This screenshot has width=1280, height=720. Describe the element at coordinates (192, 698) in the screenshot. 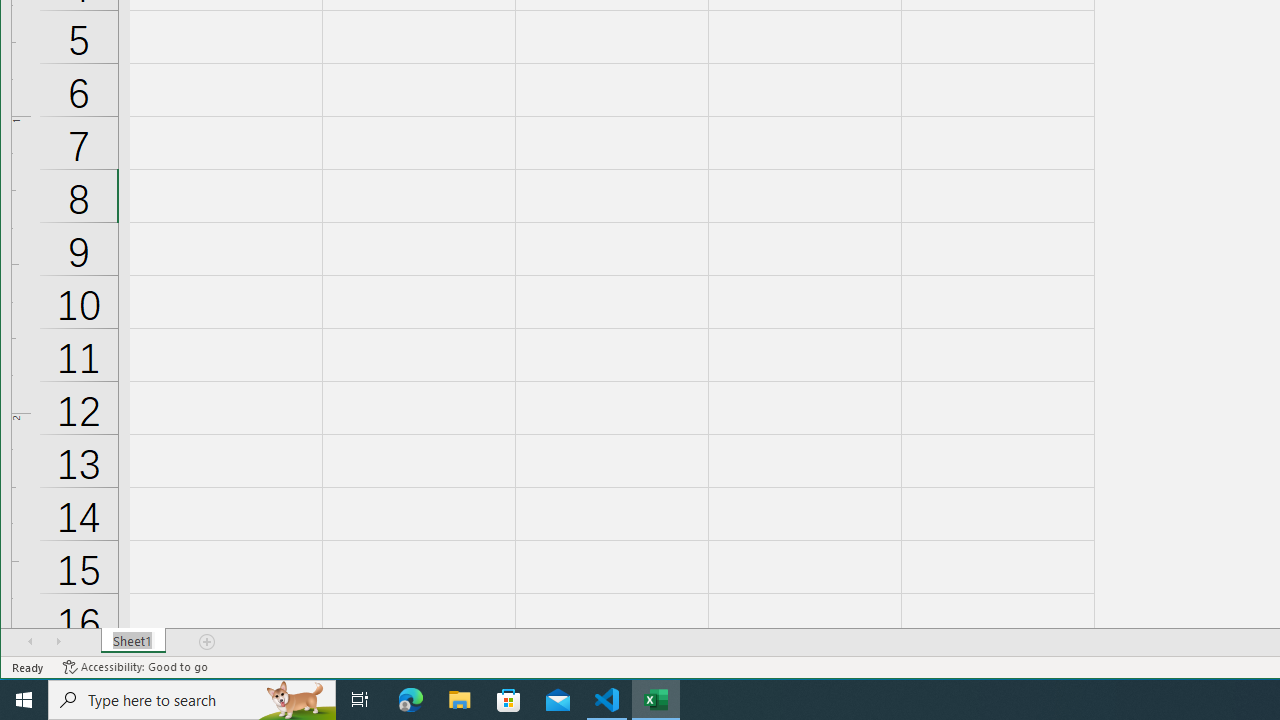

I see `'Type here to search'` at that location.